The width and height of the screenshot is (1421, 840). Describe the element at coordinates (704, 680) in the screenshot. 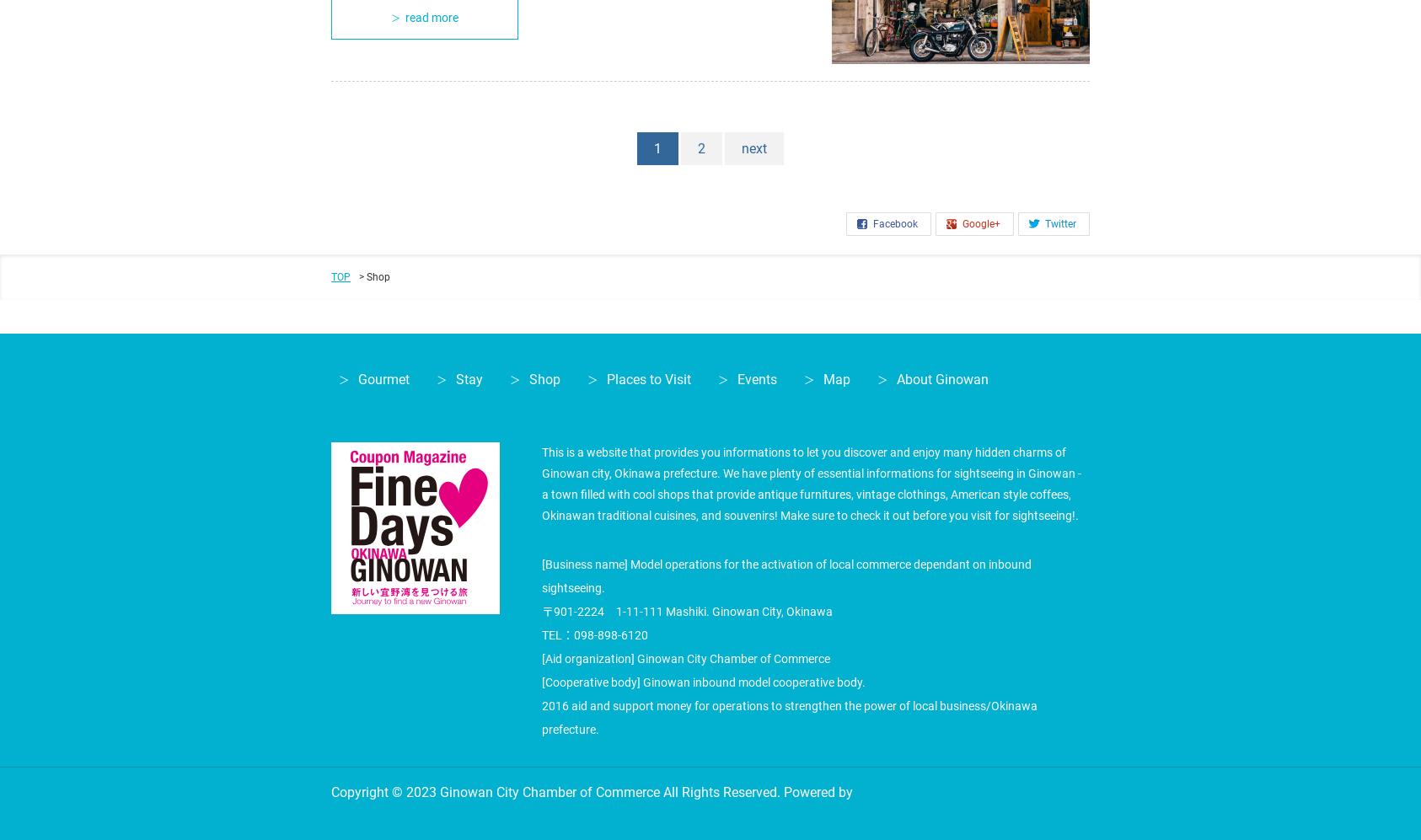

I see `'[Cooperative body] Ginowan inbound model cooperative body.'` at that location.